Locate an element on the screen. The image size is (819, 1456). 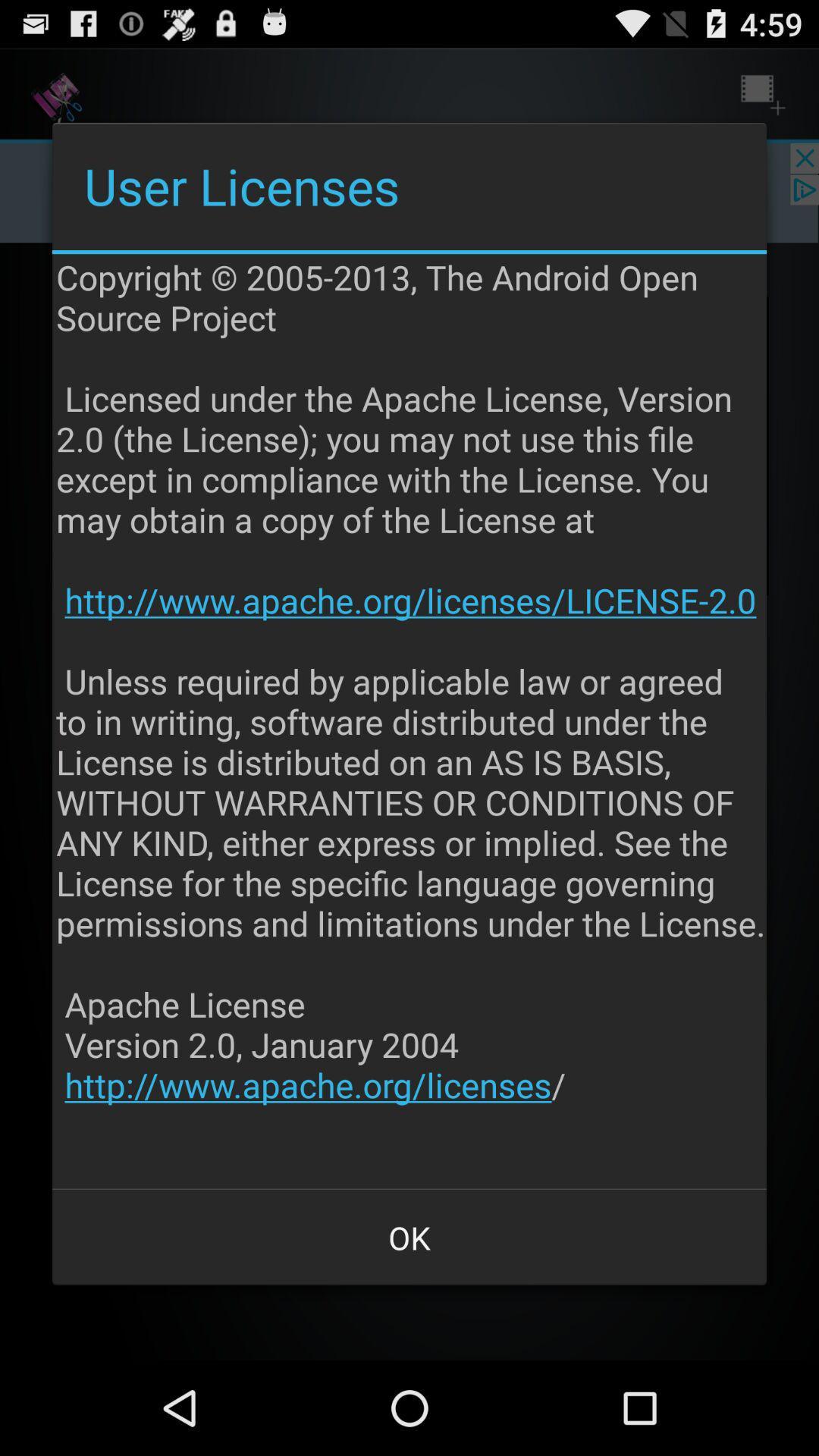
icon above ok icon is located at coordinates (411, 720).